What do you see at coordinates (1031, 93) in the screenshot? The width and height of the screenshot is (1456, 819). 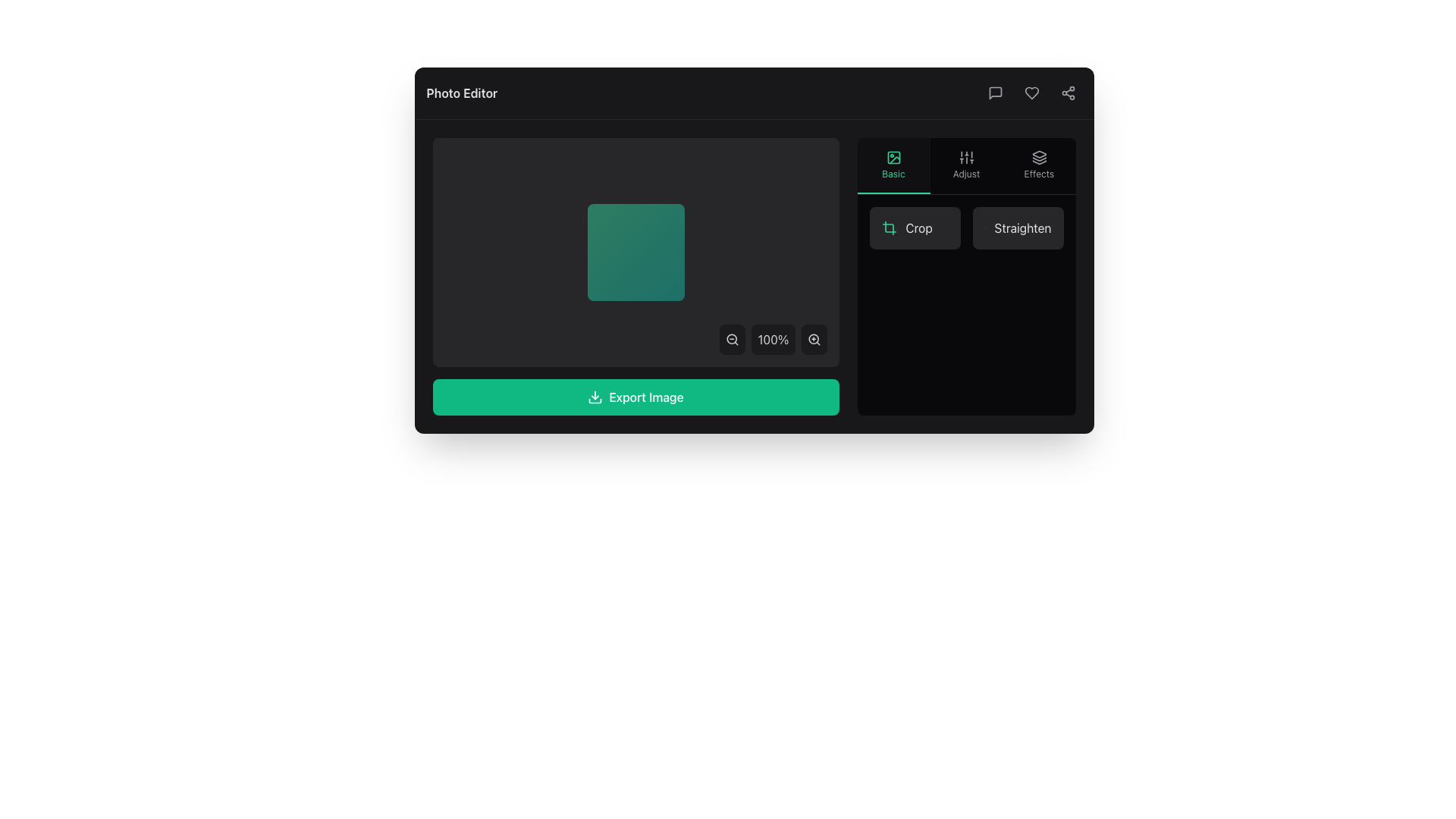 I see `the 'like' or 'favorite' icon button located in the header section, which is the second element in the group of interactive icons` at bounding box center [1031, 93].